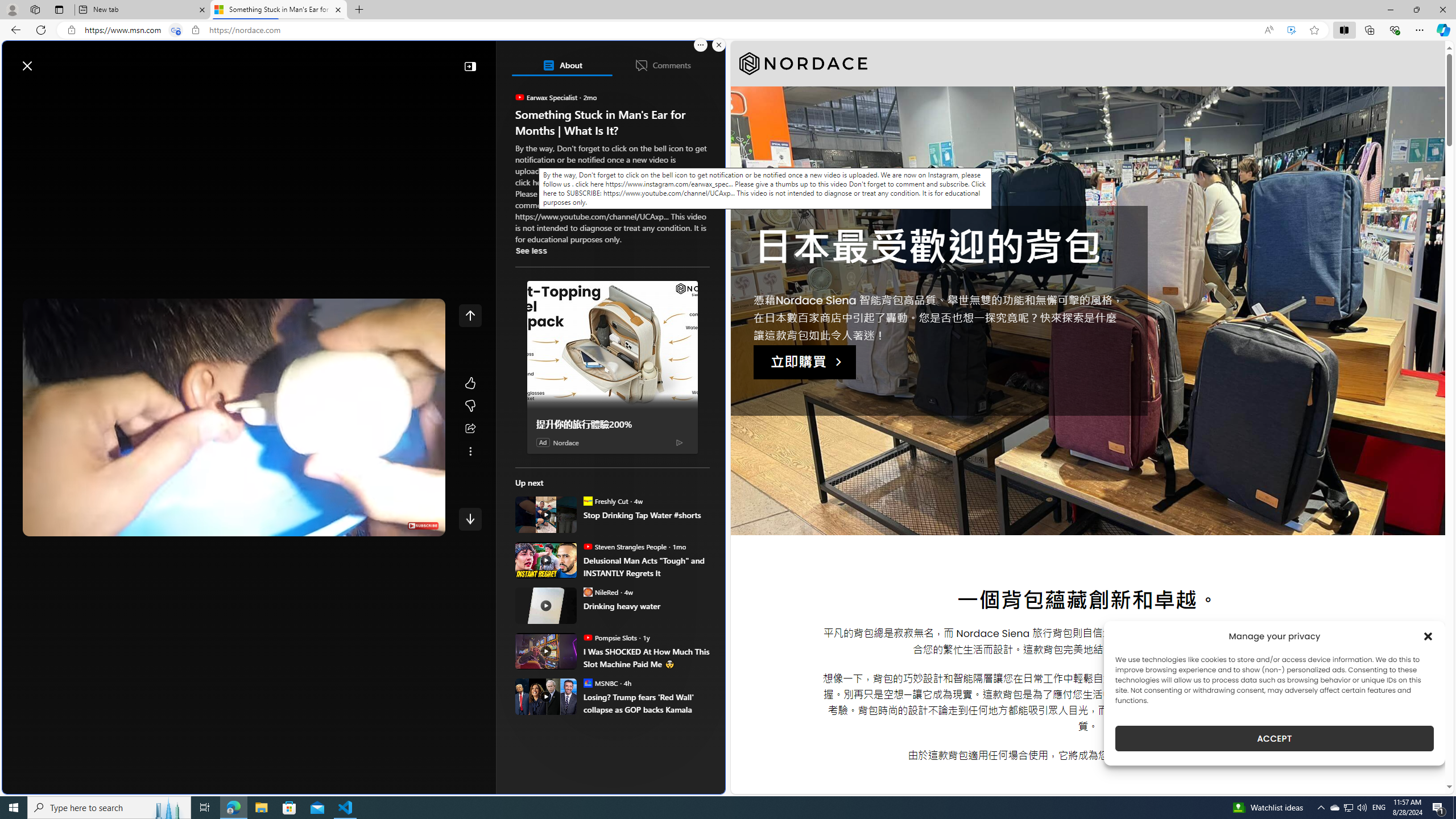 The height and width of the screenshot is (819, 1456). I want to click on 'Stop Drinking Tap Water #shorts', so click(646, 514).